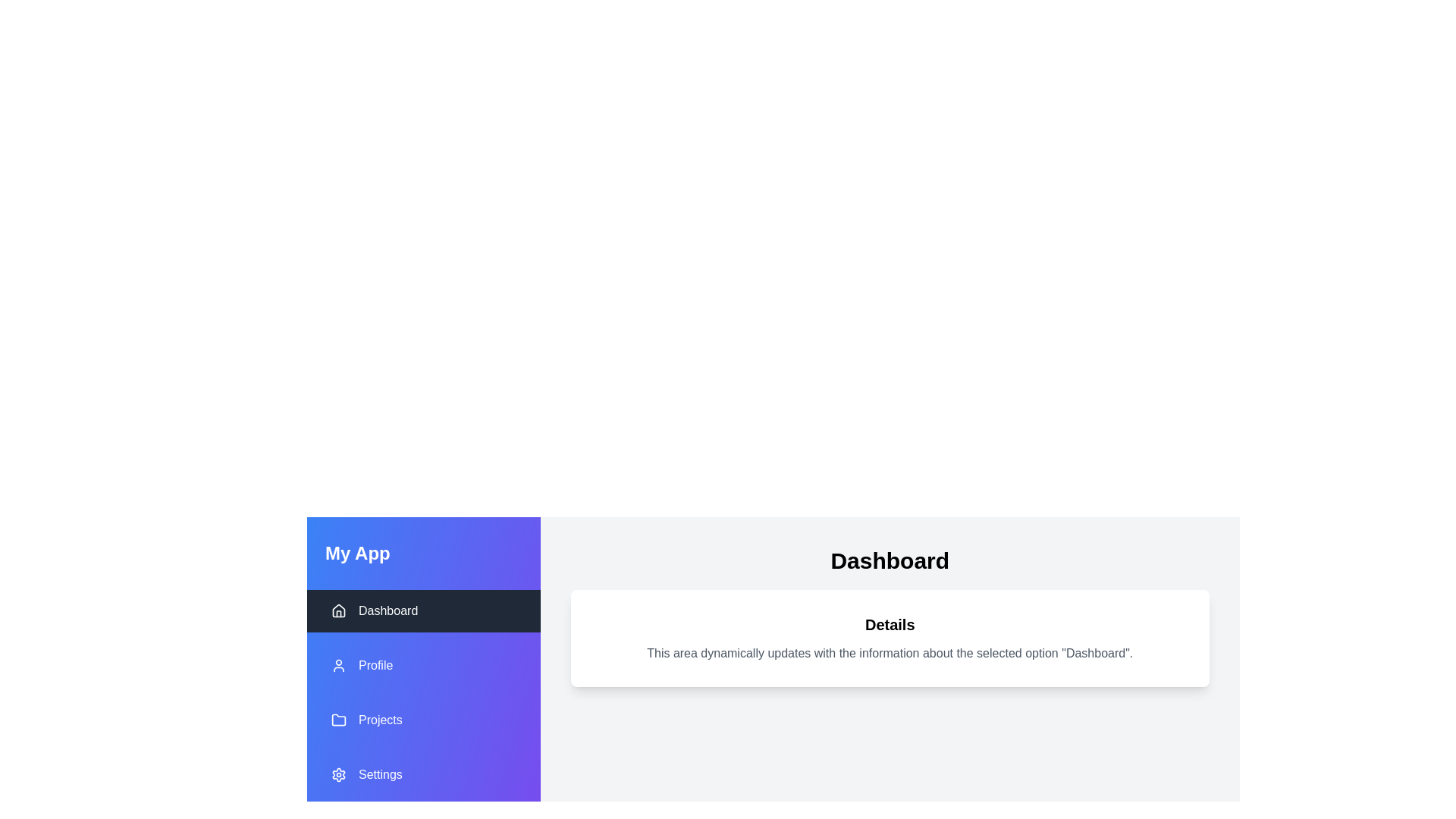 The image size is (1456, 819). Describe the element at coordinates (423, 719) in the screenshot. I see `the menu item Projects` at that location.